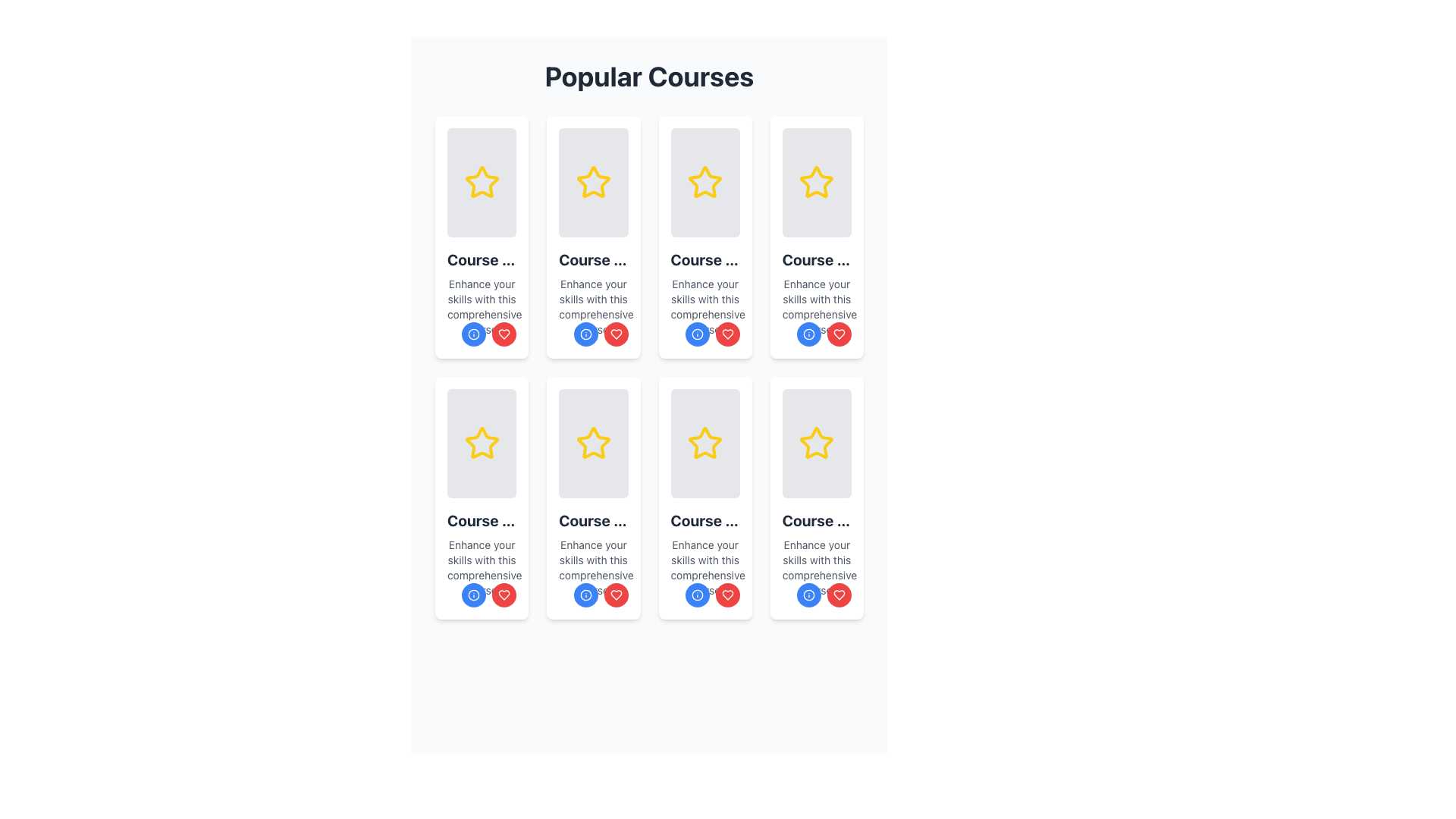 The image size is (1456, 819). I want to click on the star icon in the top-right card of the course grid, so click(704, 181).